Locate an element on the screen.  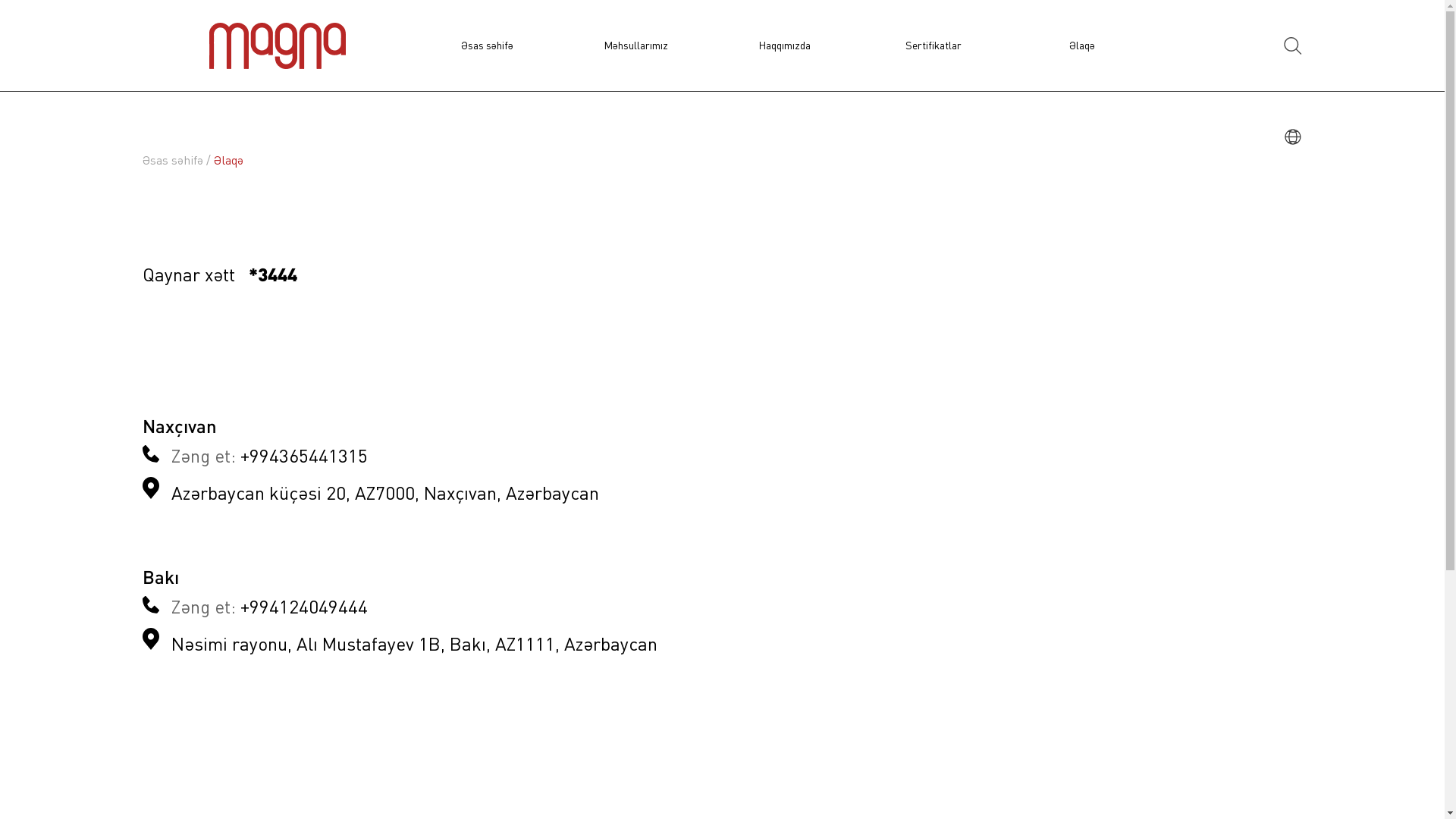
'*3444' is located at coordinates (273, 277).